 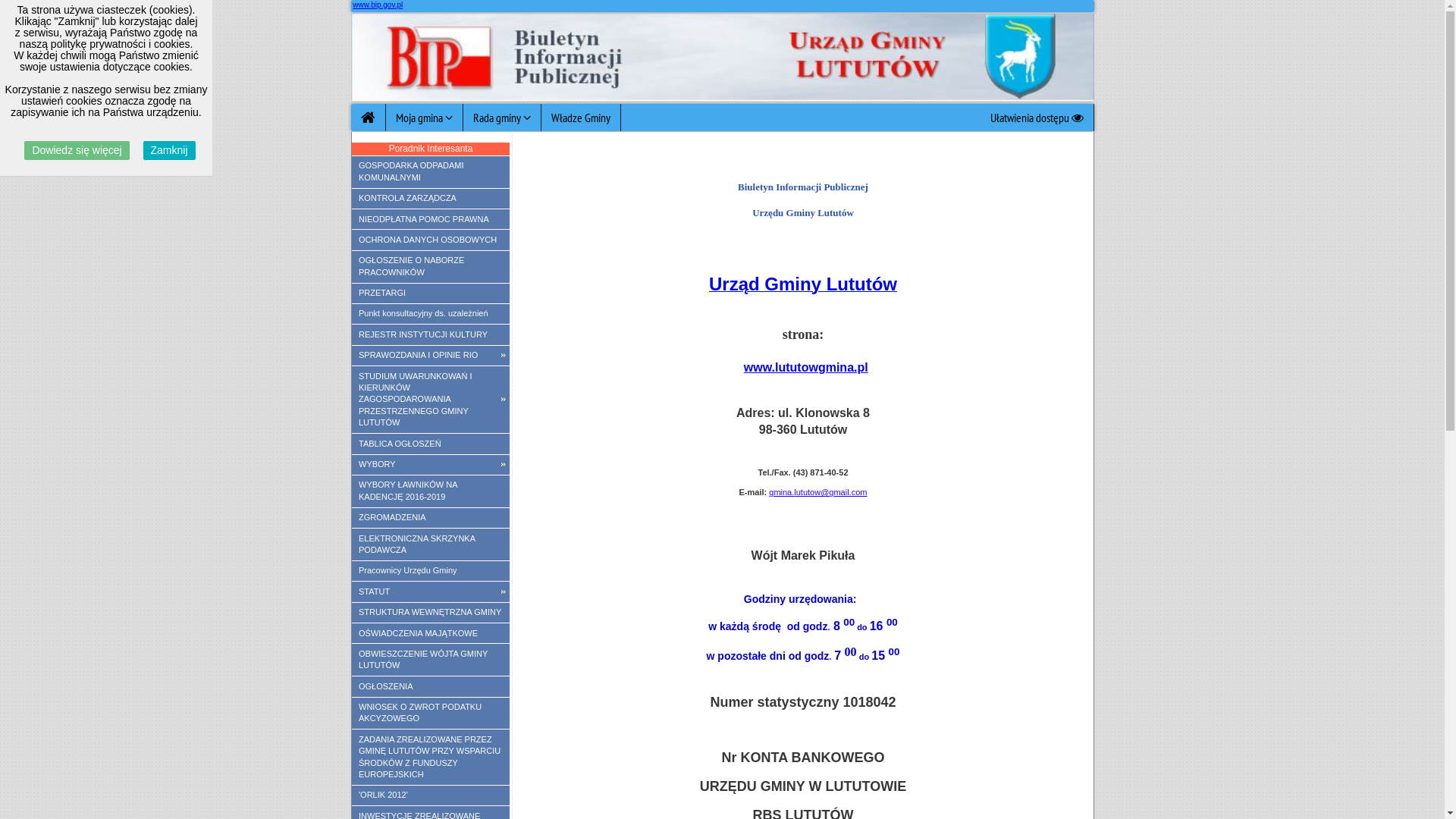 What do you see at coordinates (805, 367) in the screenshot?
I see `'www.lututowgmina.pl'` at bounding box center [805, 367].